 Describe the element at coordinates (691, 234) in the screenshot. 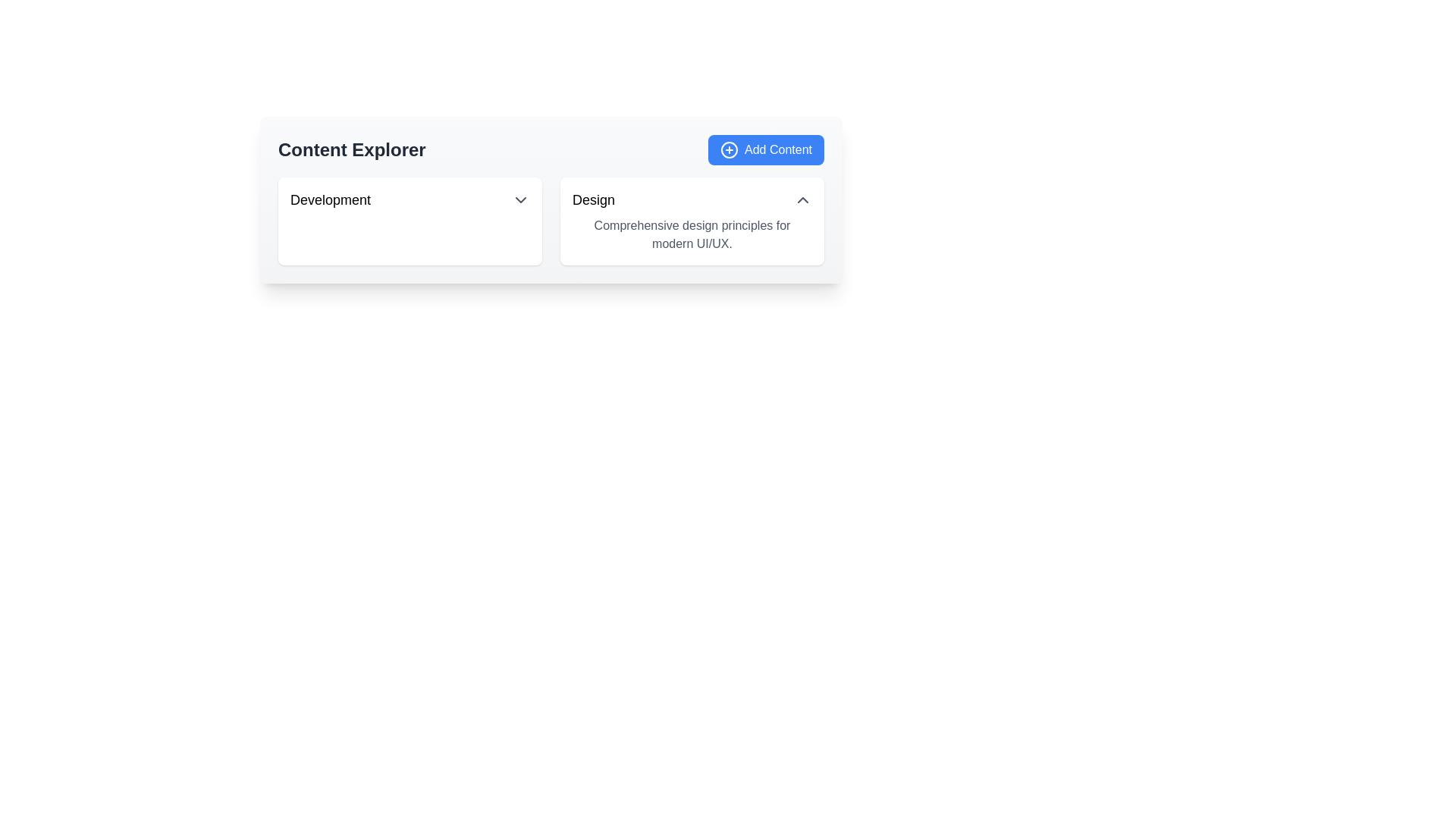

I see `the text block displaying 'Comprehensive design principles for modern UI/UX', which is styled in a smaller gray font and positioned below the header element labeled 'Design'` at that location.